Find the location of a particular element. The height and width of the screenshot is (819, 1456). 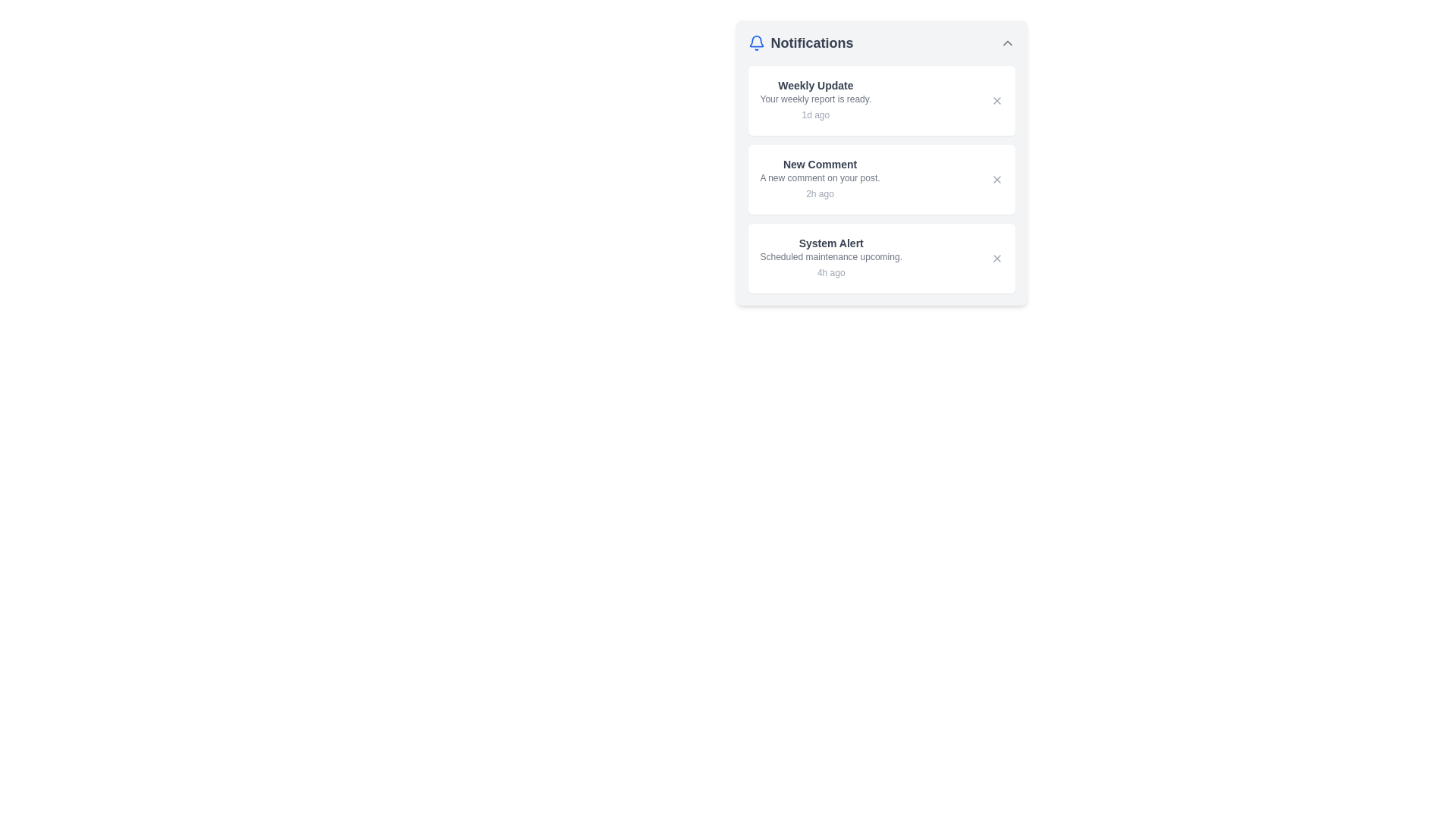

the text label displaying 'Your weekly report is ready.' which is styled in gray font and positioned beneath the 'Weekly Update' heading is located at coordinates (814, 99).